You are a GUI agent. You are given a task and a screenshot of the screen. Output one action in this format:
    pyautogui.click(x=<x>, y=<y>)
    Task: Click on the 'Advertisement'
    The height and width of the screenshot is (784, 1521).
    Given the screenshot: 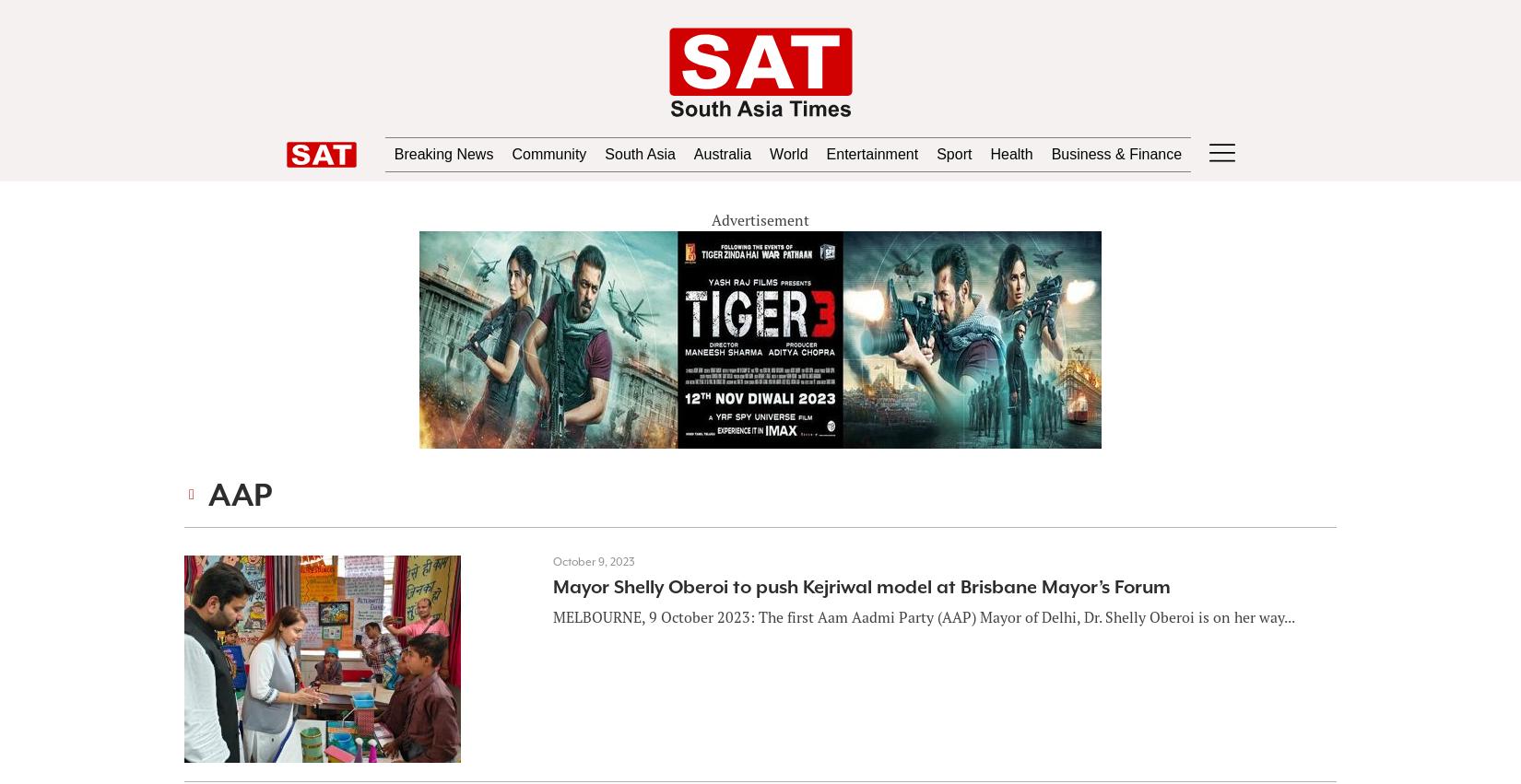 What is the action you would take?
    pyautogui.click(x=760, y=218)
    